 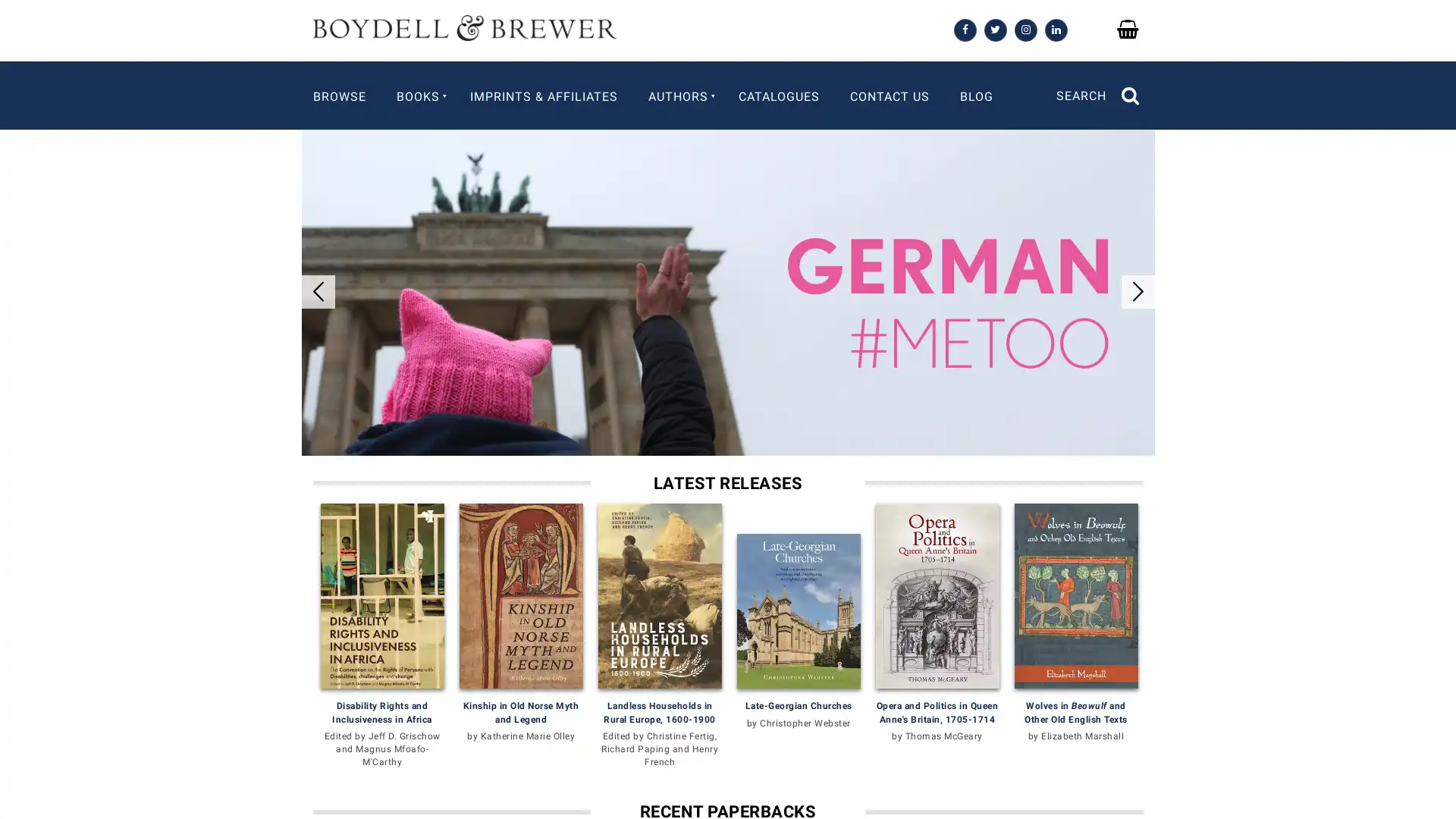 What do you see at coordinates (1099, 84) in the screenshot?
I see `SEARCH` at bounding box center [1099, 84].